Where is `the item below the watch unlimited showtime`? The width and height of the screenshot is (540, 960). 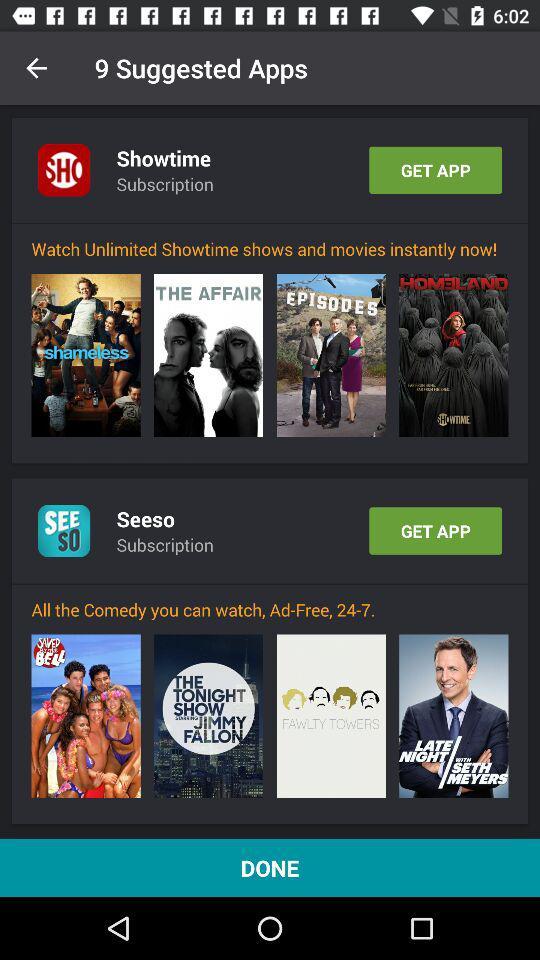 the item below the watch unlimited showtime is located at coordinates (85, 355).